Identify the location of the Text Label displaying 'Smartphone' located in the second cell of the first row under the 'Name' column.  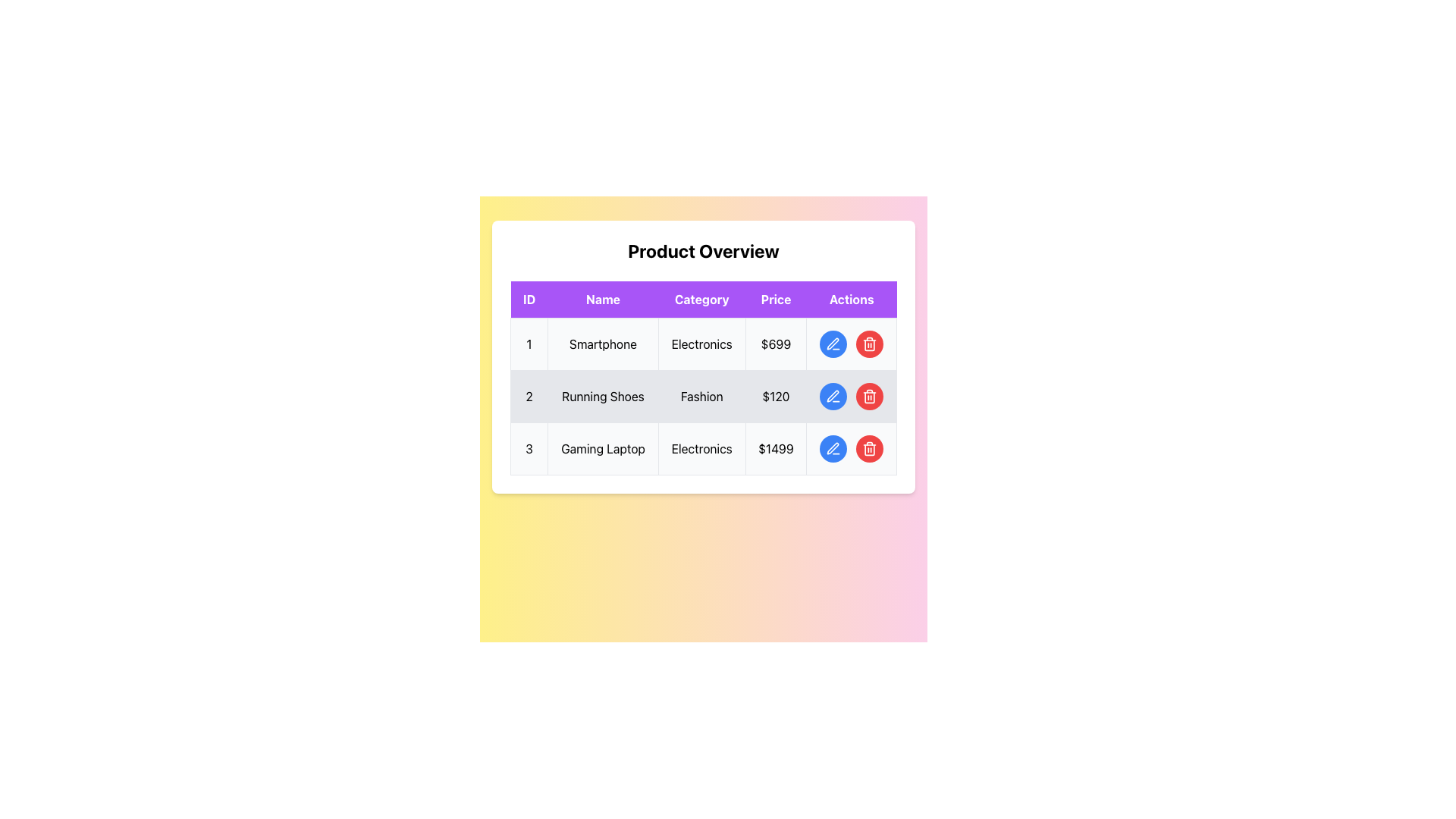
(602, 344).